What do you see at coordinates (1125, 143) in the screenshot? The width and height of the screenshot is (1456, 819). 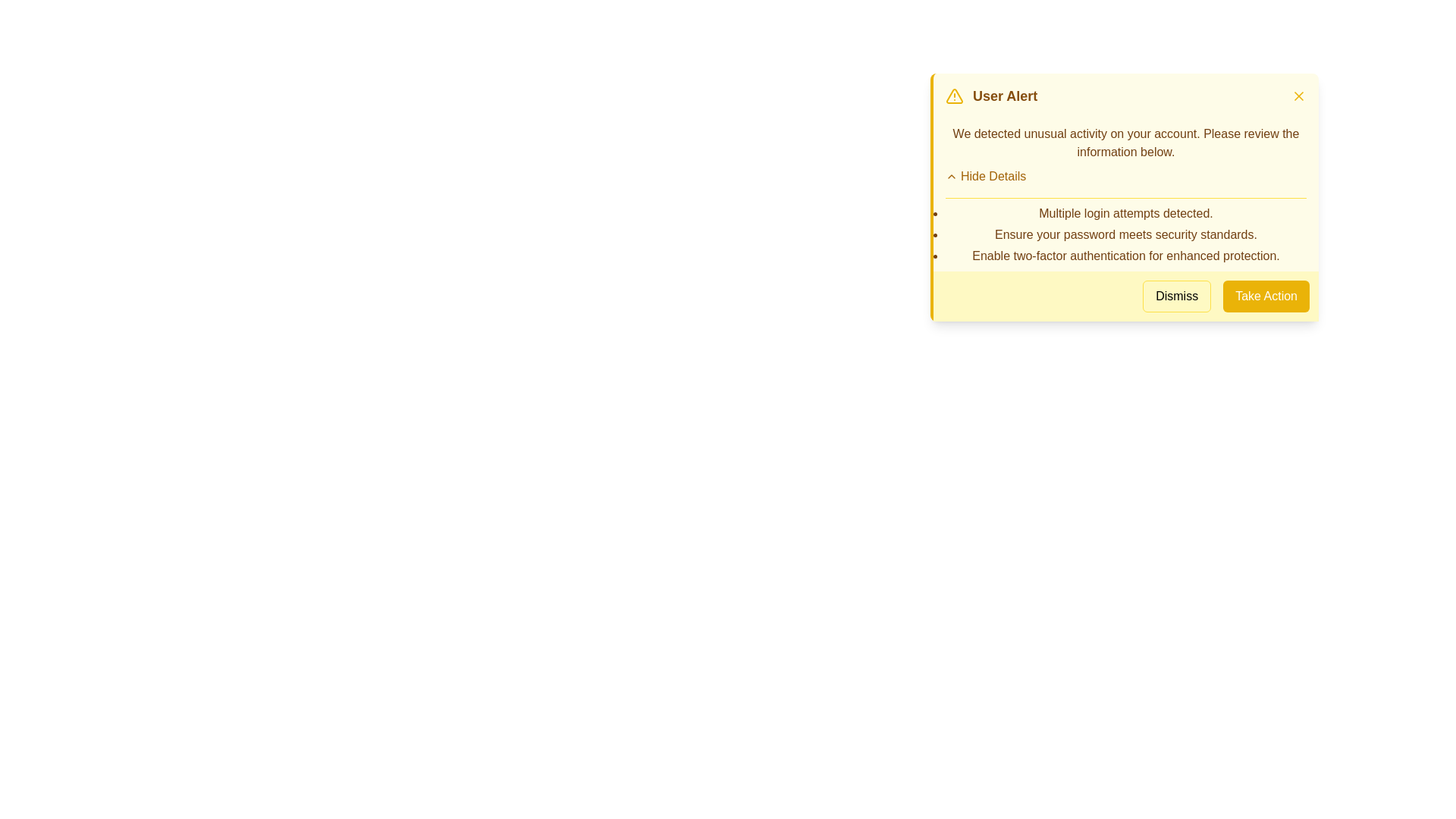 I see `the static text element that informs the user about unusual activity detected on their account, located in a yellow-paneled box below the 'User Alert' title` at bounding box center [1125, 143].